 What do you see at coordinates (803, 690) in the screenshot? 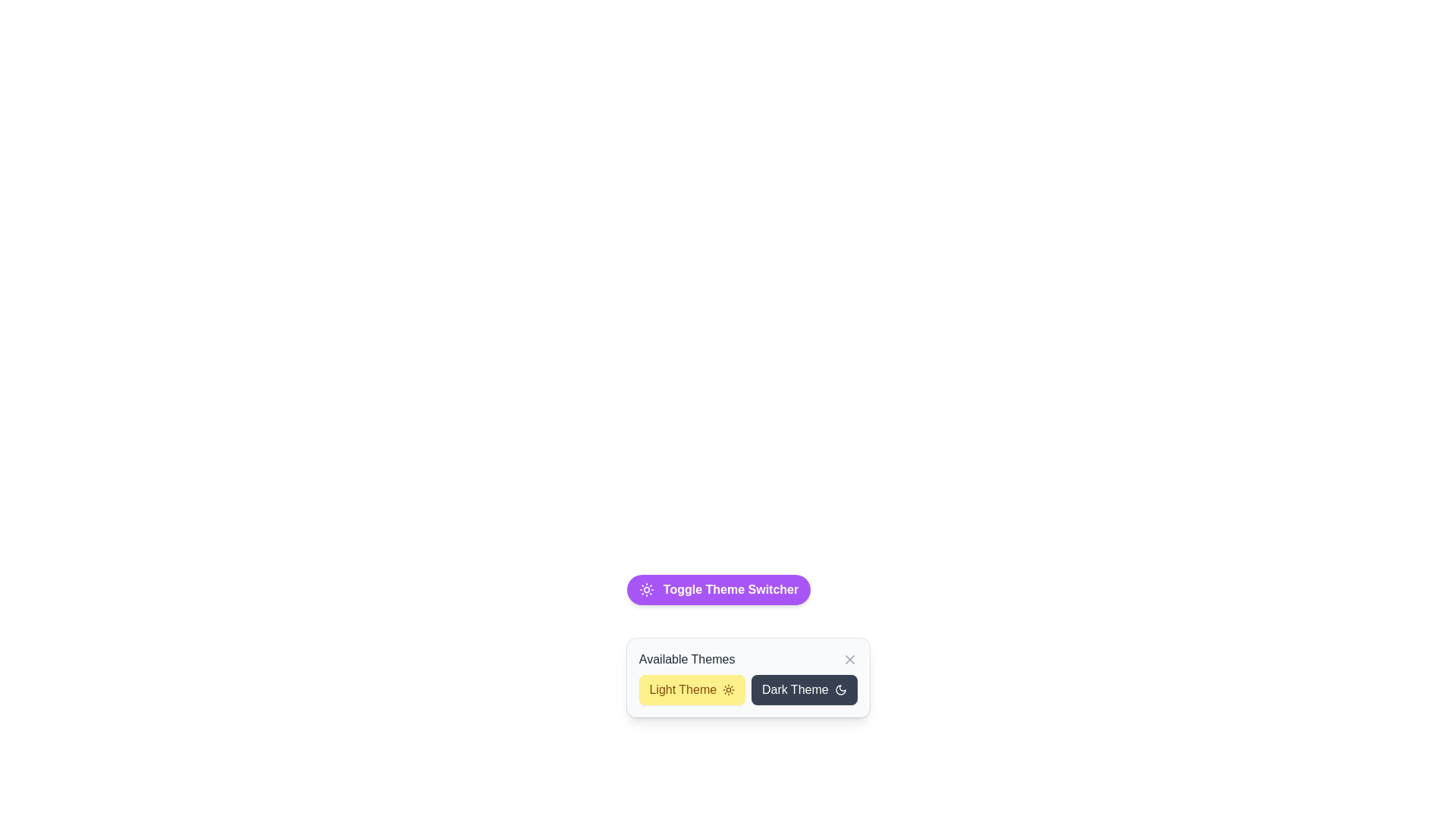
I see `the 'Dark Theme' button, which is the second button in the theme selection grid` at bounding box center [803, 690].